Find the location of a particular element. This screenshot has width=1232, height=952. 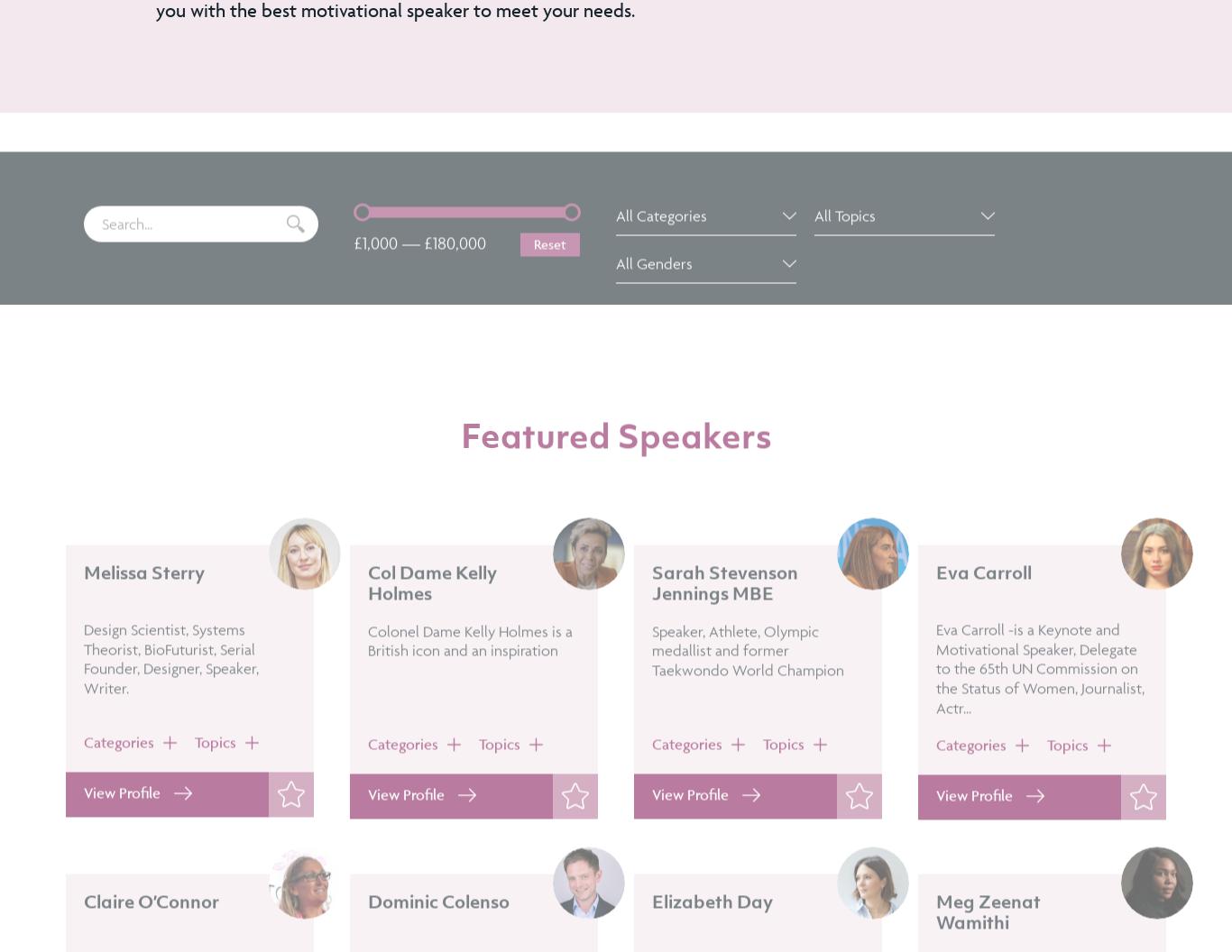

'Speakers' is located at coordinates (694, 486).